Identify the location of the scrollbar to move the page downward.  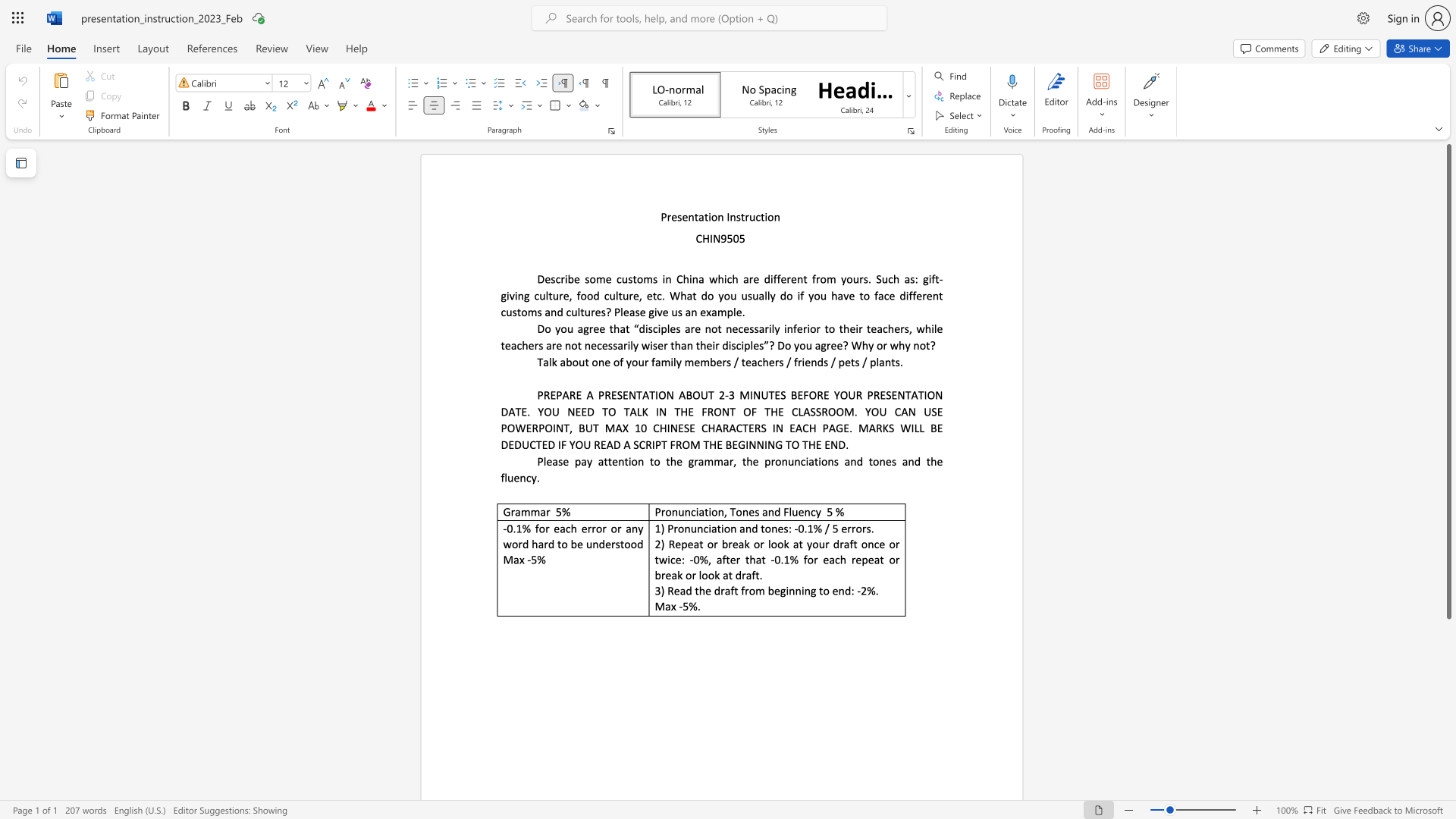
(1448, 795).